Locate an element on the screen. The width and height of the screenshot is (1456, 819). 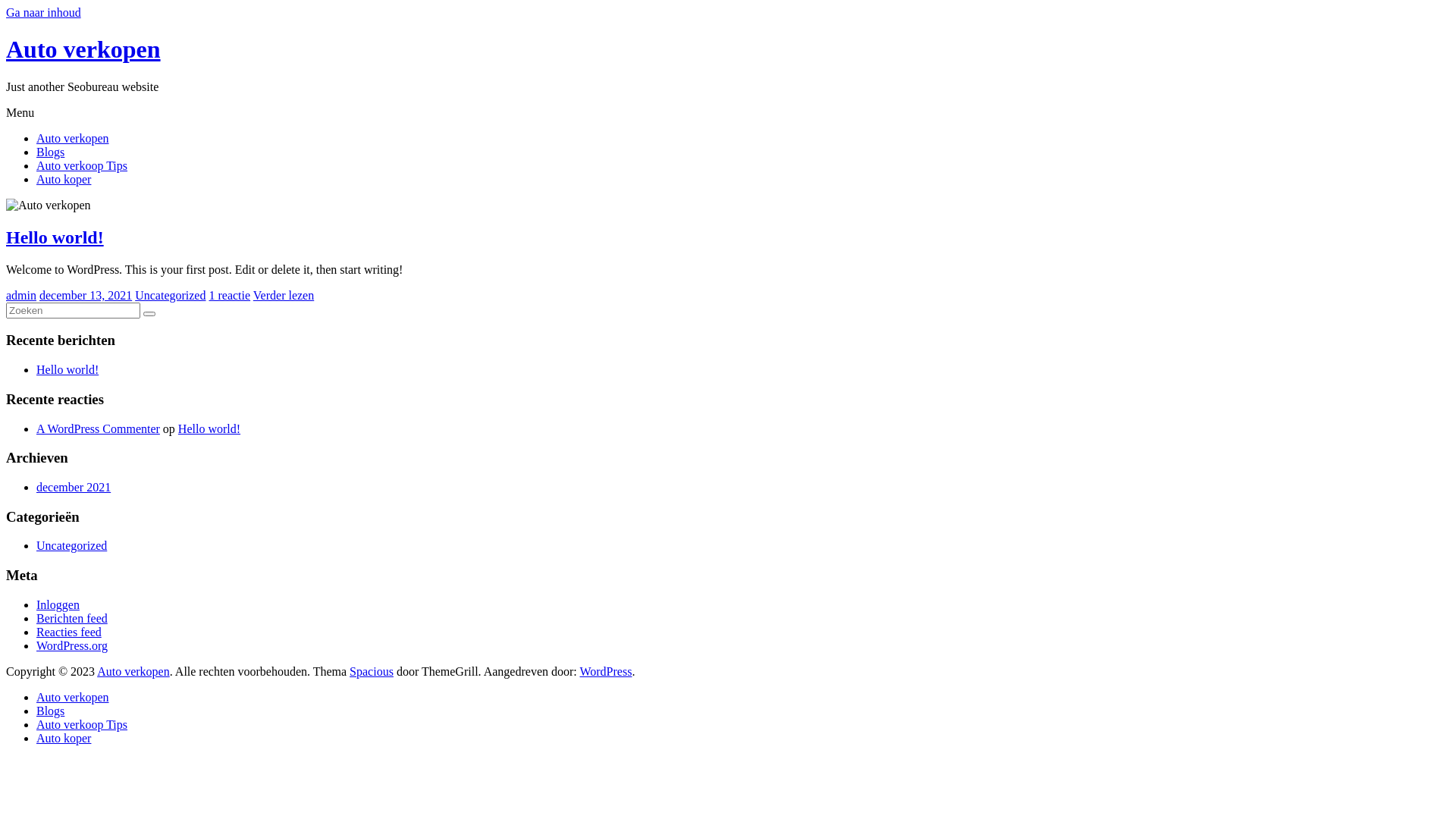
'Inloggen' is located at coordinates (36, 604).